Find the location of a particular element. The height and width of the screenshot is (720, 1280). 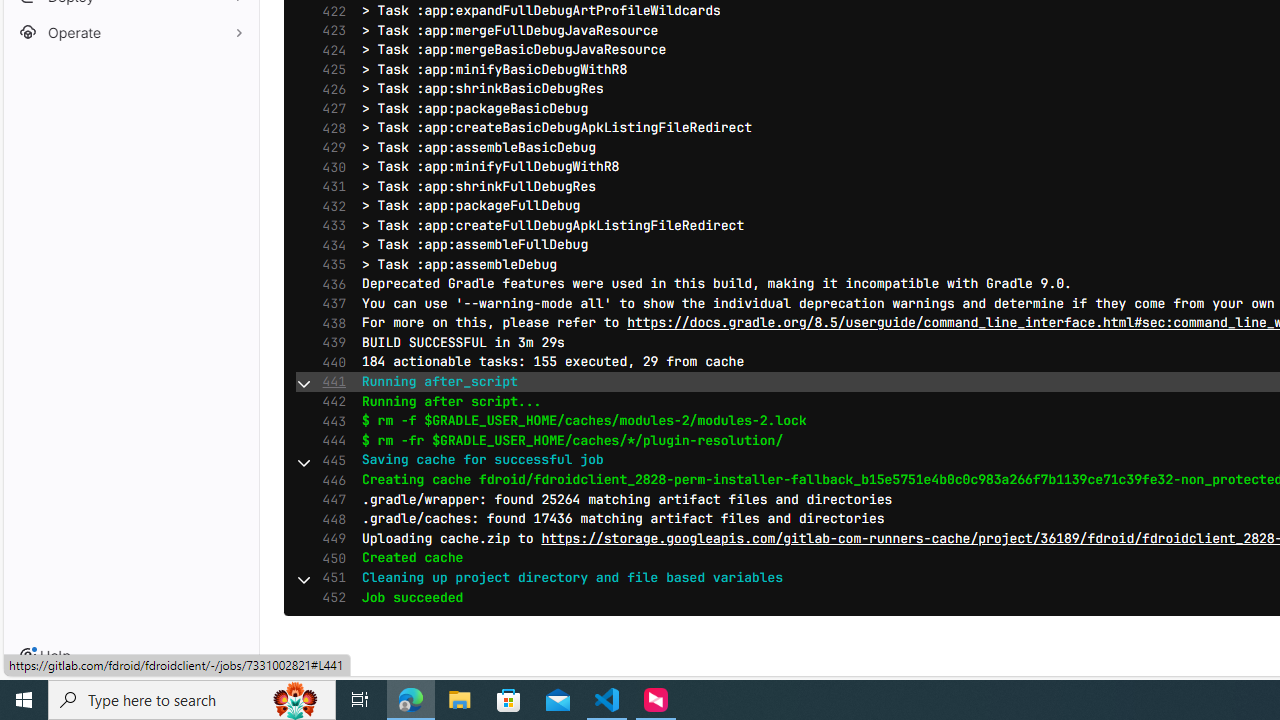

'427' is located at coordinates (329, 109).